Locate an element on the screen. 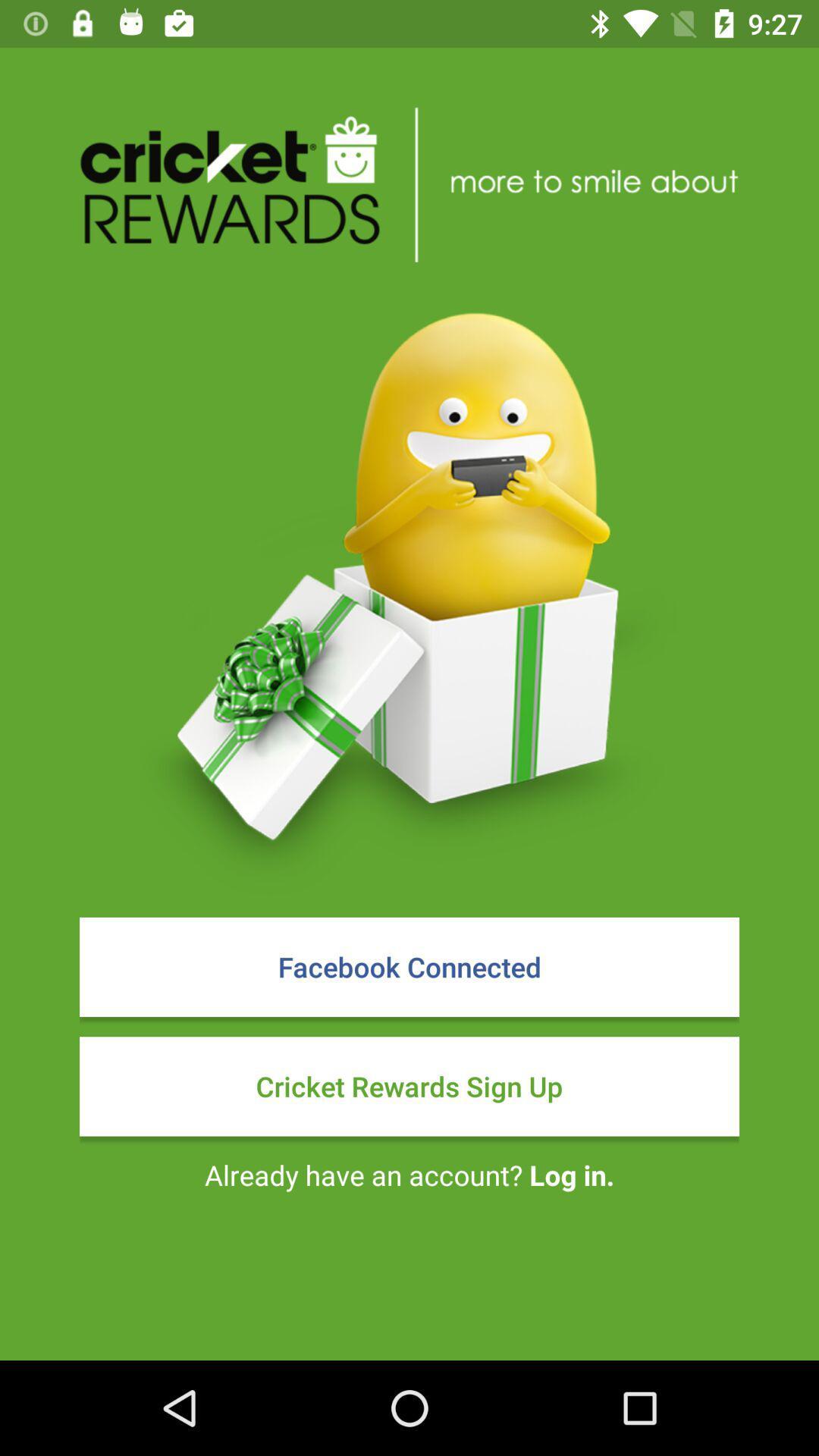 This screenshot has width=819, height=1456. item below facebook connected item is located at coordinates (409, 1085).